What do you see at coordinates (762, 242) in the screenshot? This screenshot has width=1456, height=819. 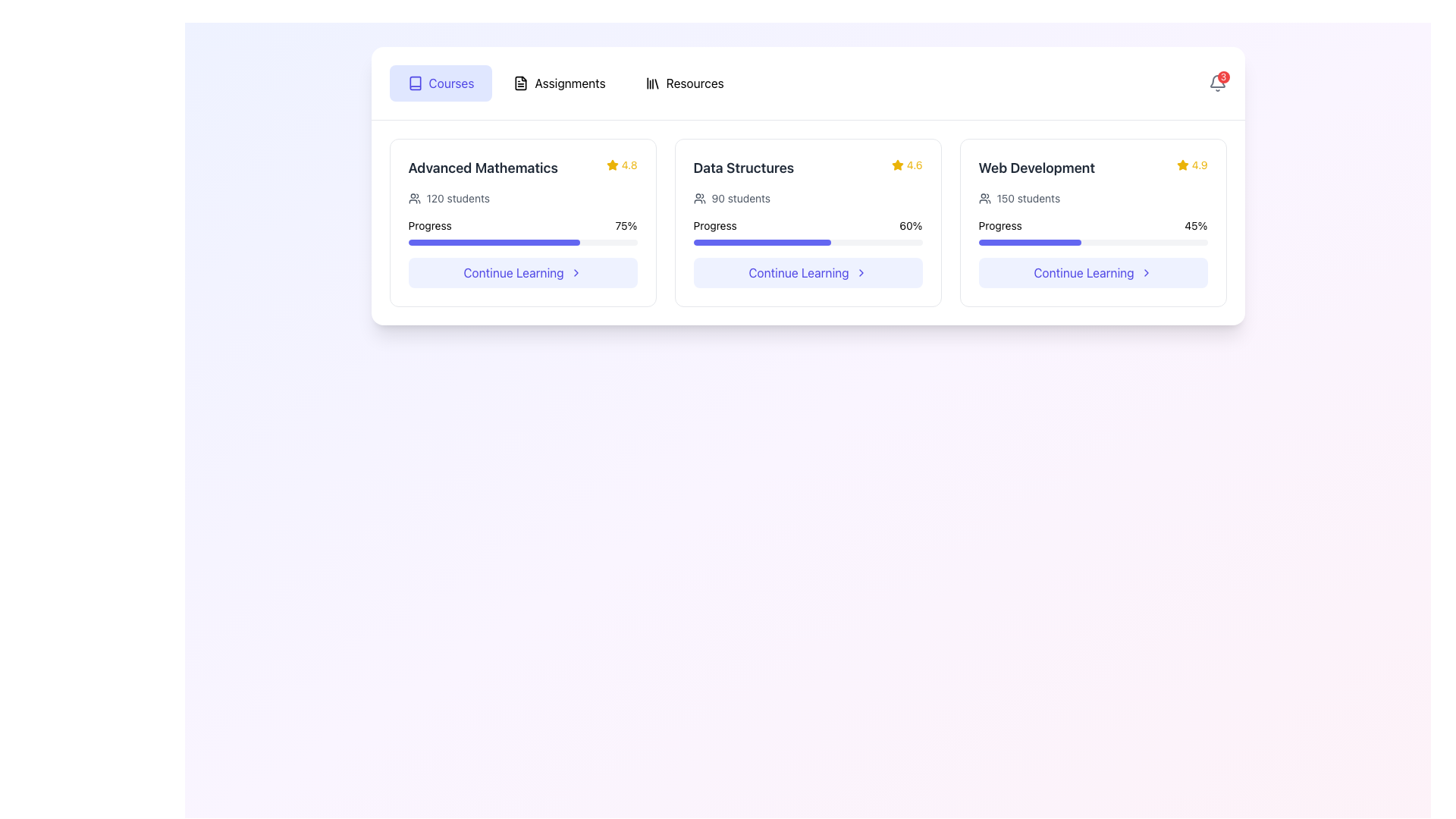 I see `the 60% progress segment of the progress bar within the 'Data Structures' course card, which is the middle card among the displayed courses` at bounding box center [762, 242].